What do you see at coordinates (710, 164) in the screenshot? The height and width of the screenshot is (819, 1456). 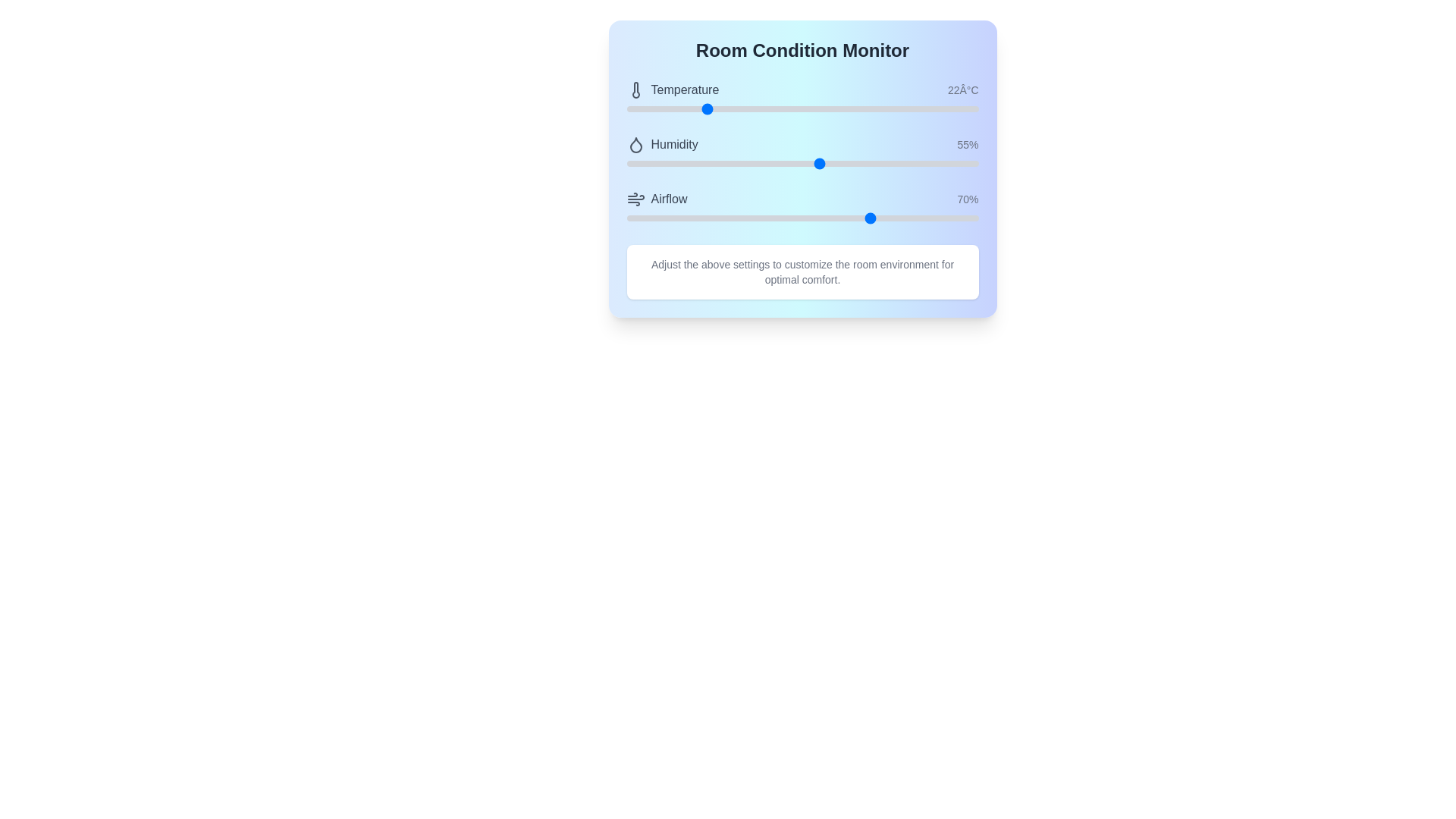 I see `the humidity level` at bounding box center [710, 164].